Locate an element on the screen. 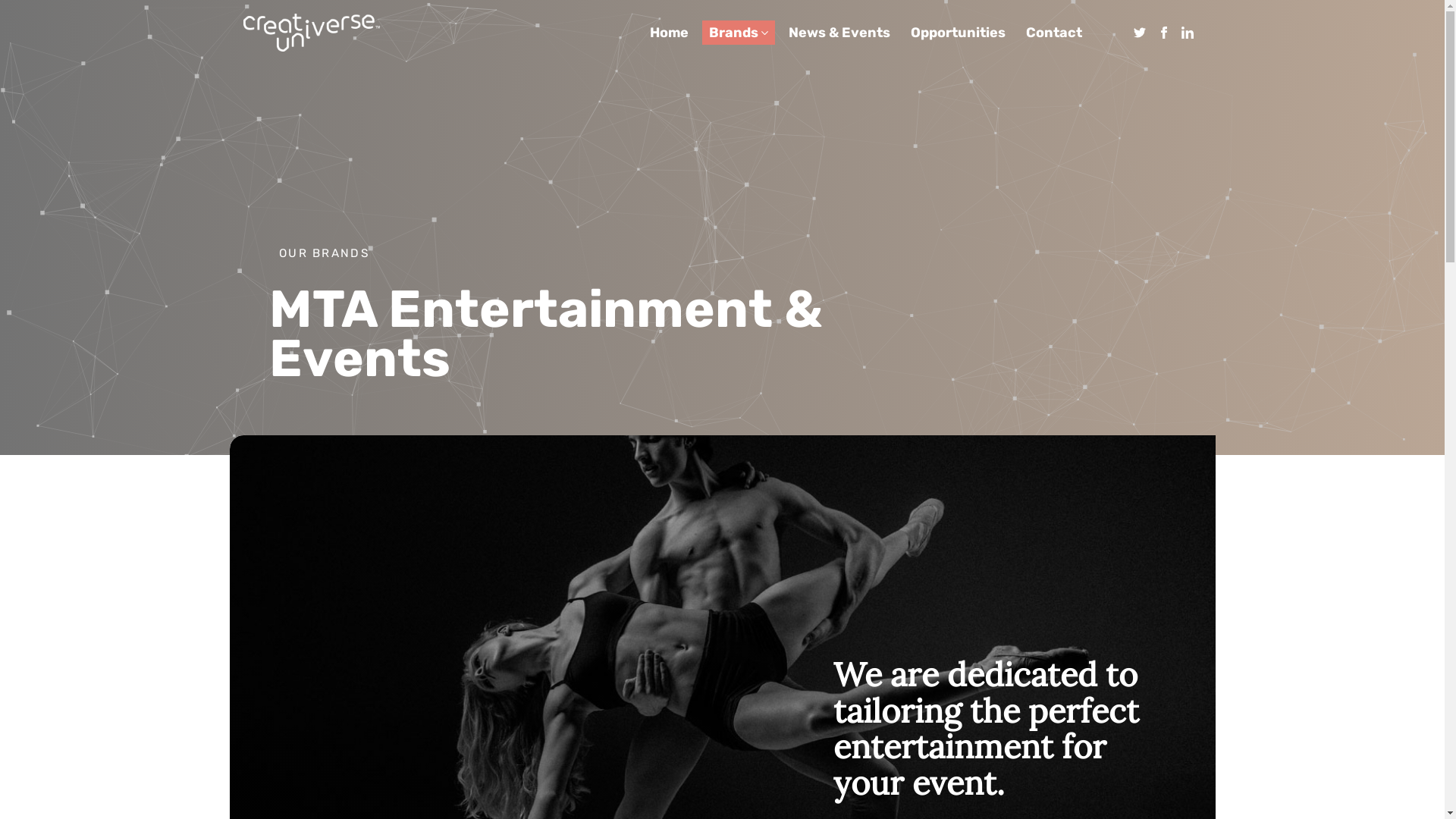 The height and width of the screenshot is (819, 1456). 'Connect with us on Twitter' is located at coordinates (1139, 33).